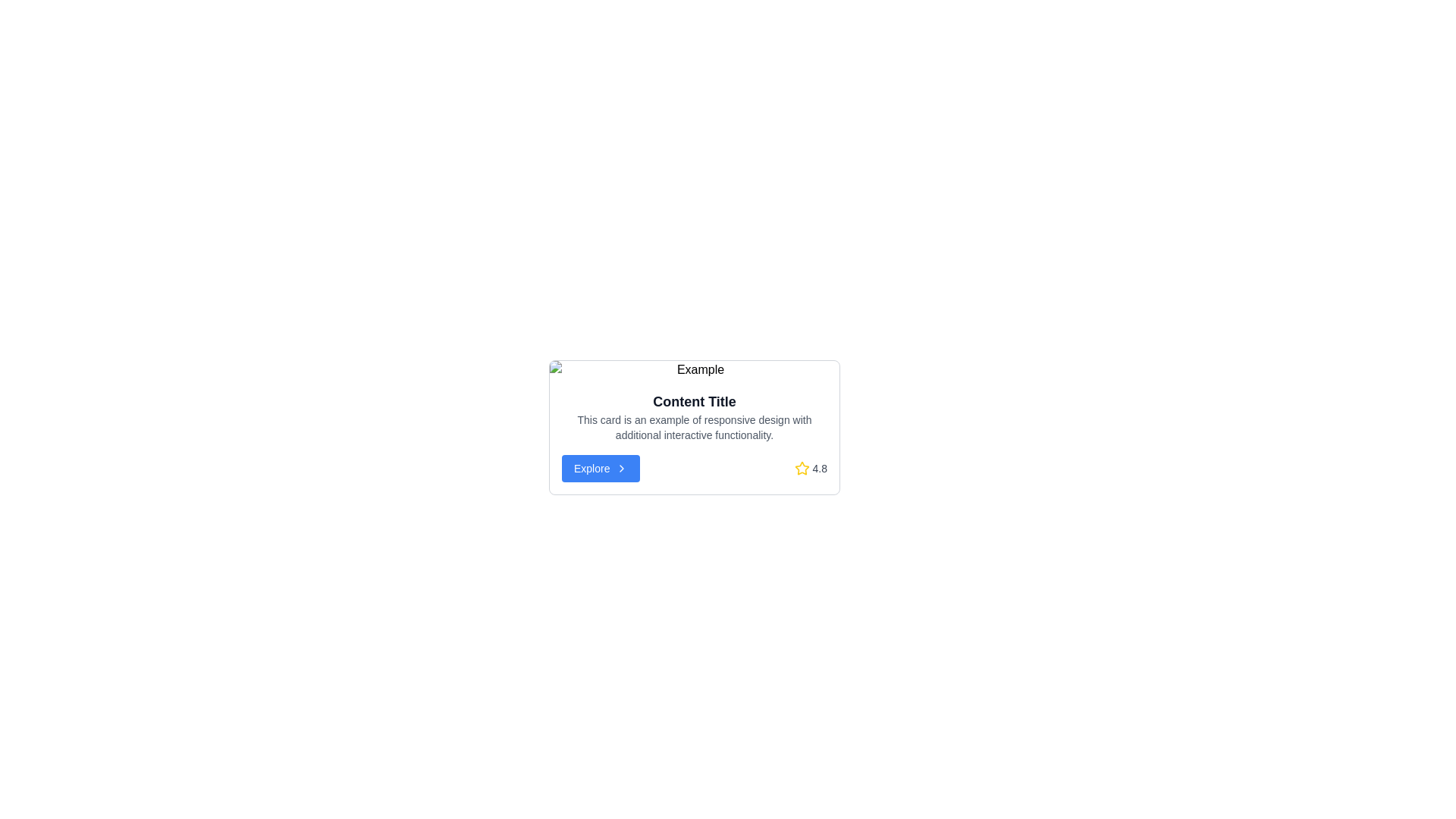  I want to click on the distinct yellow five-pointed star icon located to the left of the rating text ('4.8') at the bottom right of the card interface, so click(801, 467).